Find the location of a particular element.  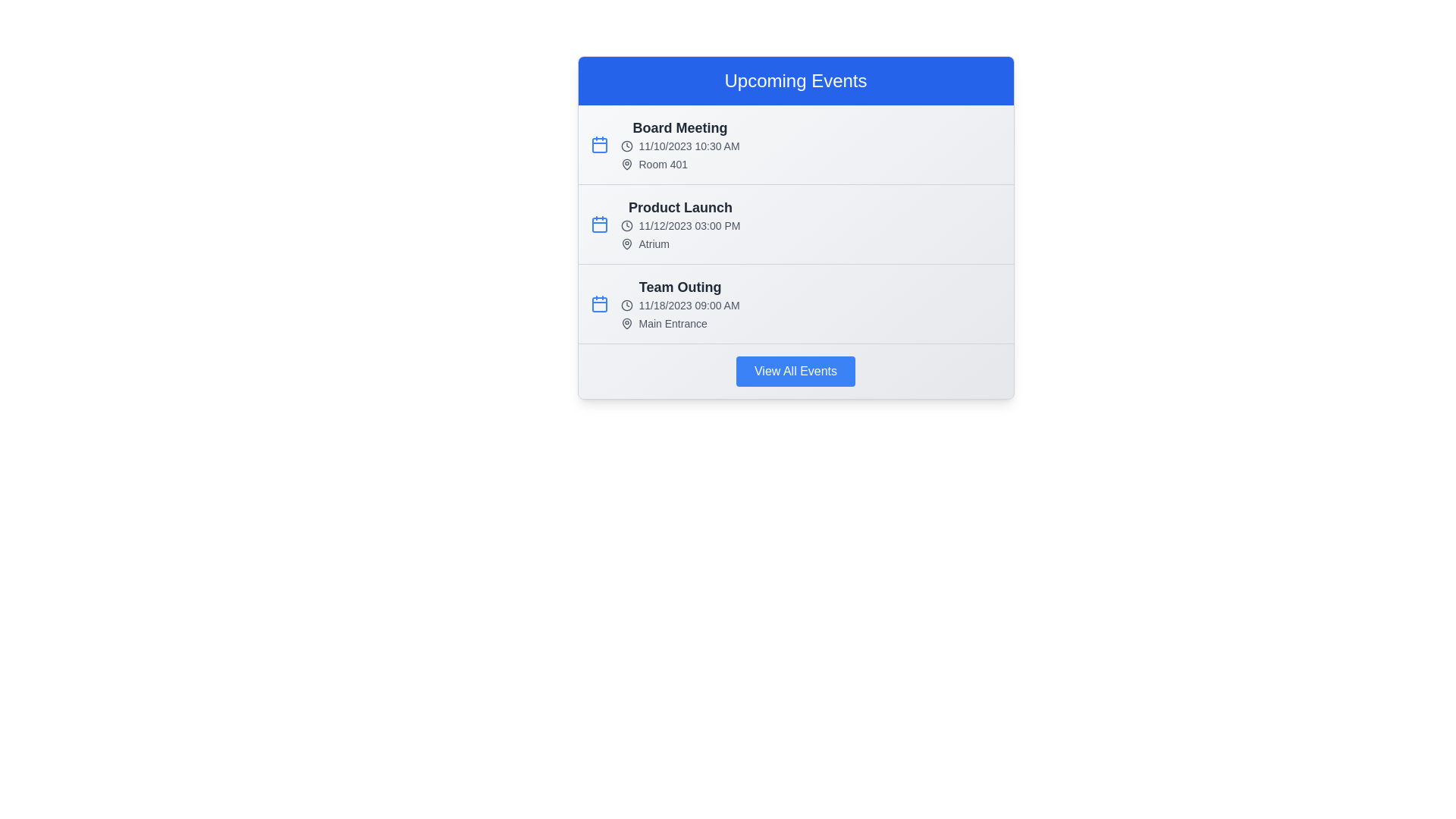

the Informational Block that conveys details about an event, positioned at the top of the 'Upcoming Events' list is located at coordinates (679, 145).